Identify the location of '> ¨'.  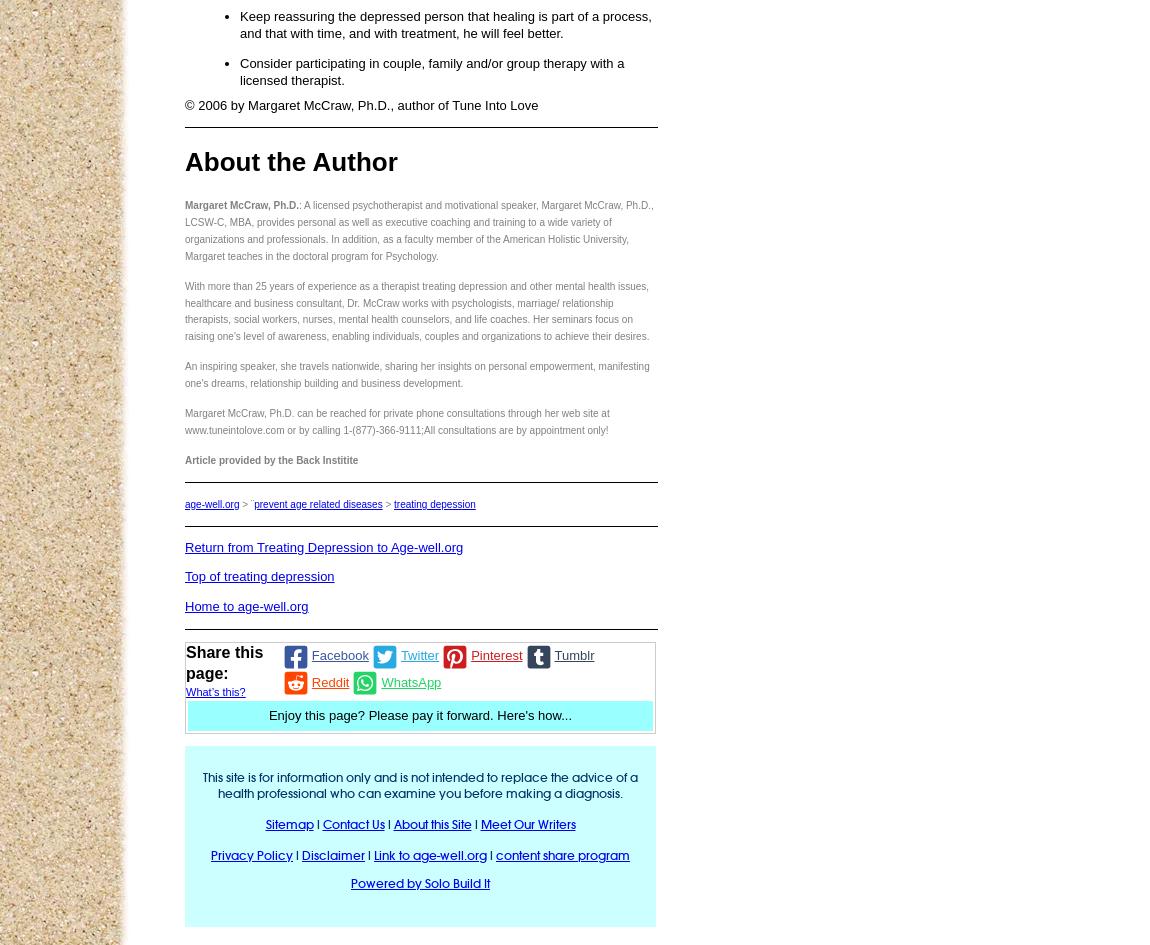
(245, 502).